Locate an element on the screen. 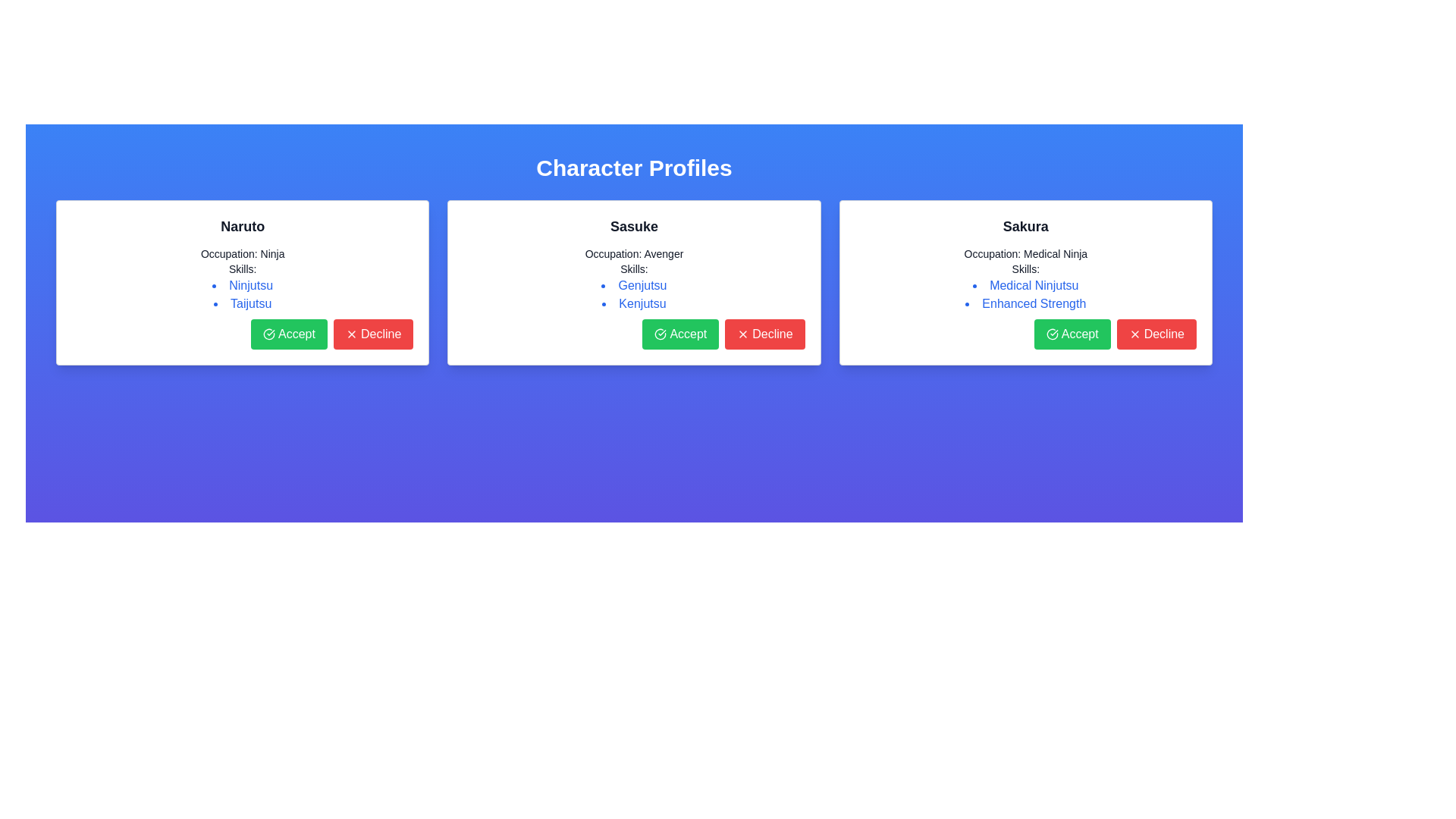 The image size is (1456, 819). text-based informational block detailing Naruto's occupation and skills, located centrally within the 'Naruto' character card, between the character name and the action buttons is located at coordinates (243, 280).